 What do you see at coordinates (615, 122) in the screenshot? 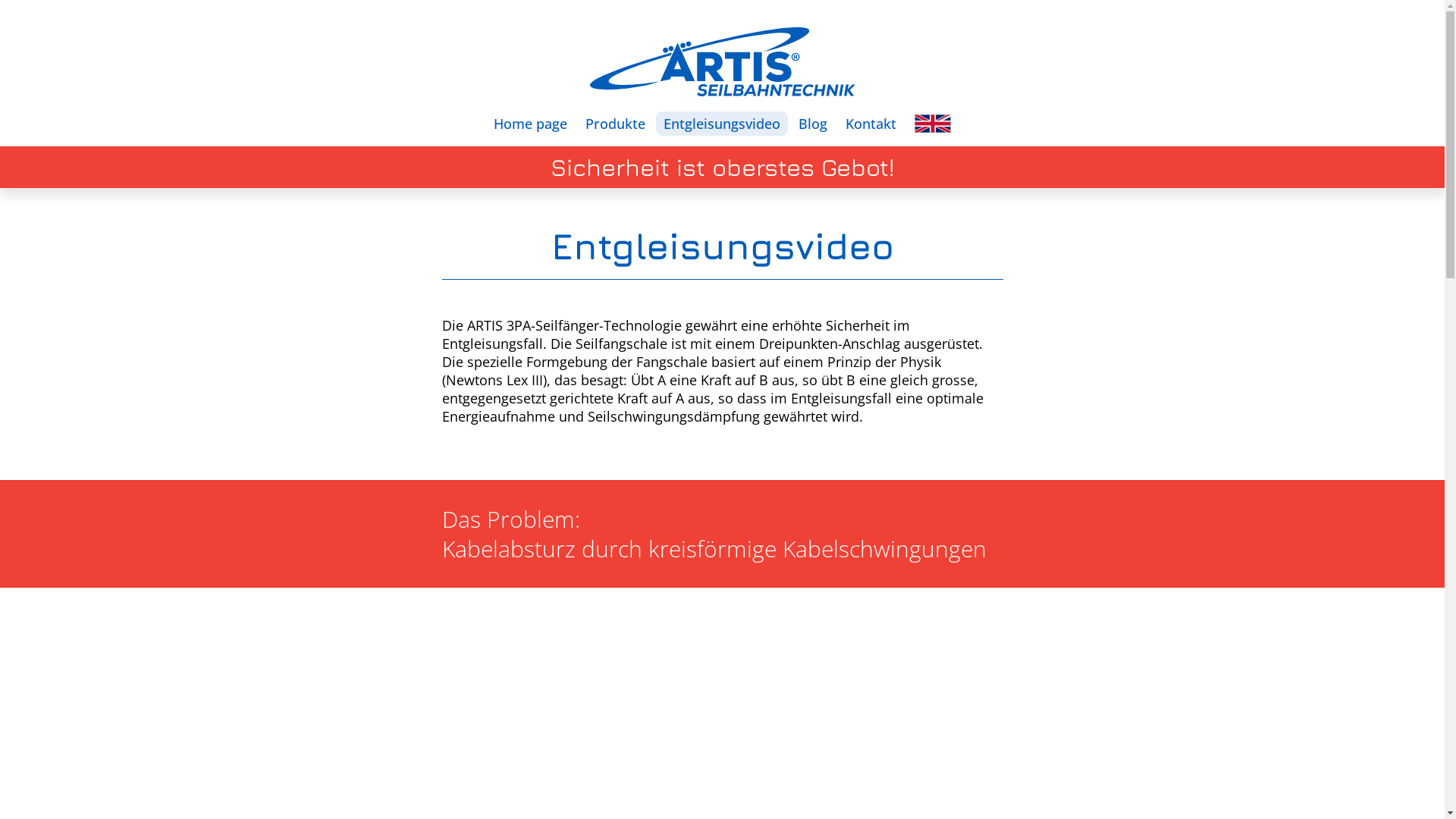
I see `'Produkte'` at bounding box center [615, 122].